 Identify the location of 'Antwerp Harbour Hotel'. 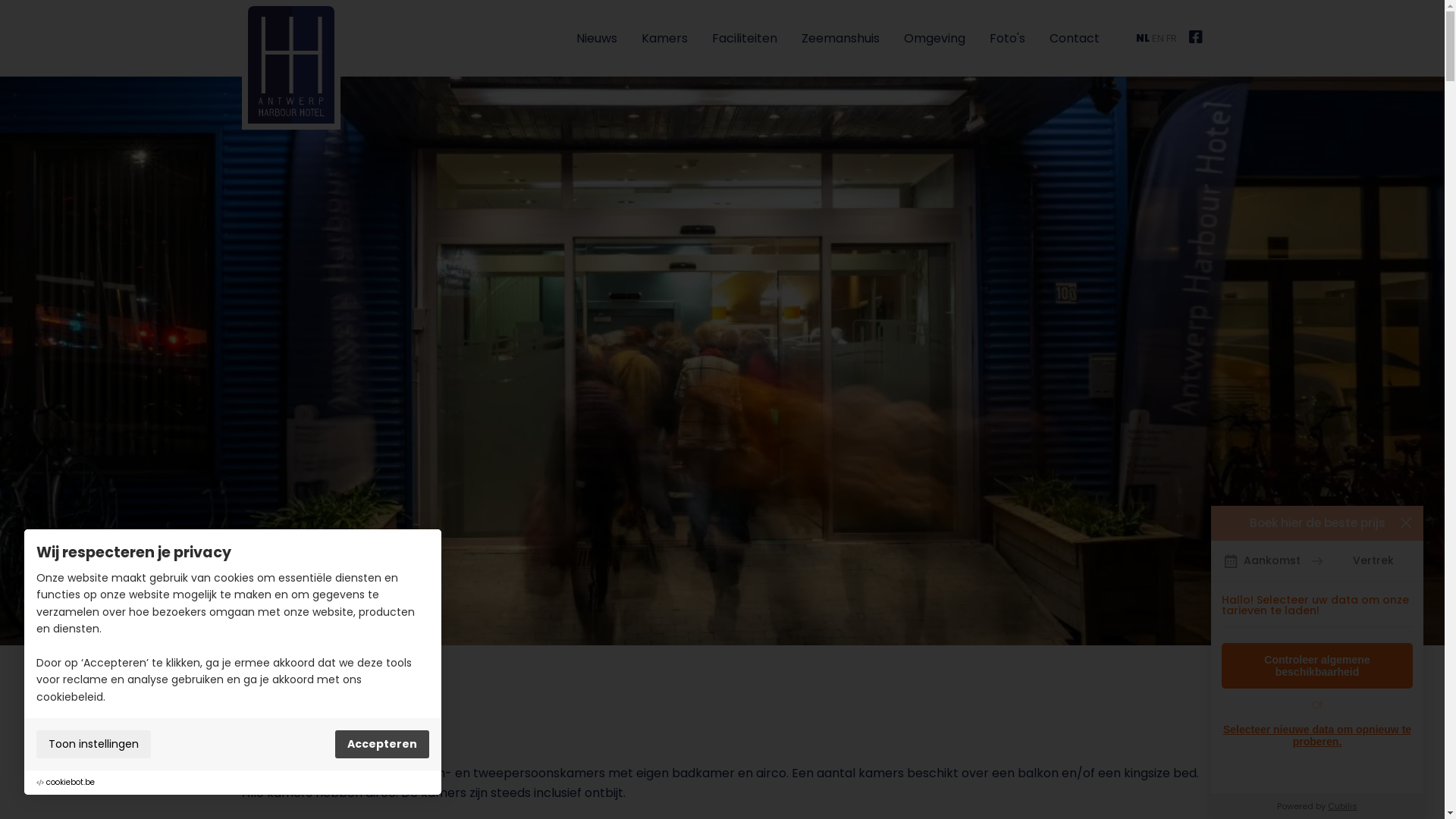
(290, 63).